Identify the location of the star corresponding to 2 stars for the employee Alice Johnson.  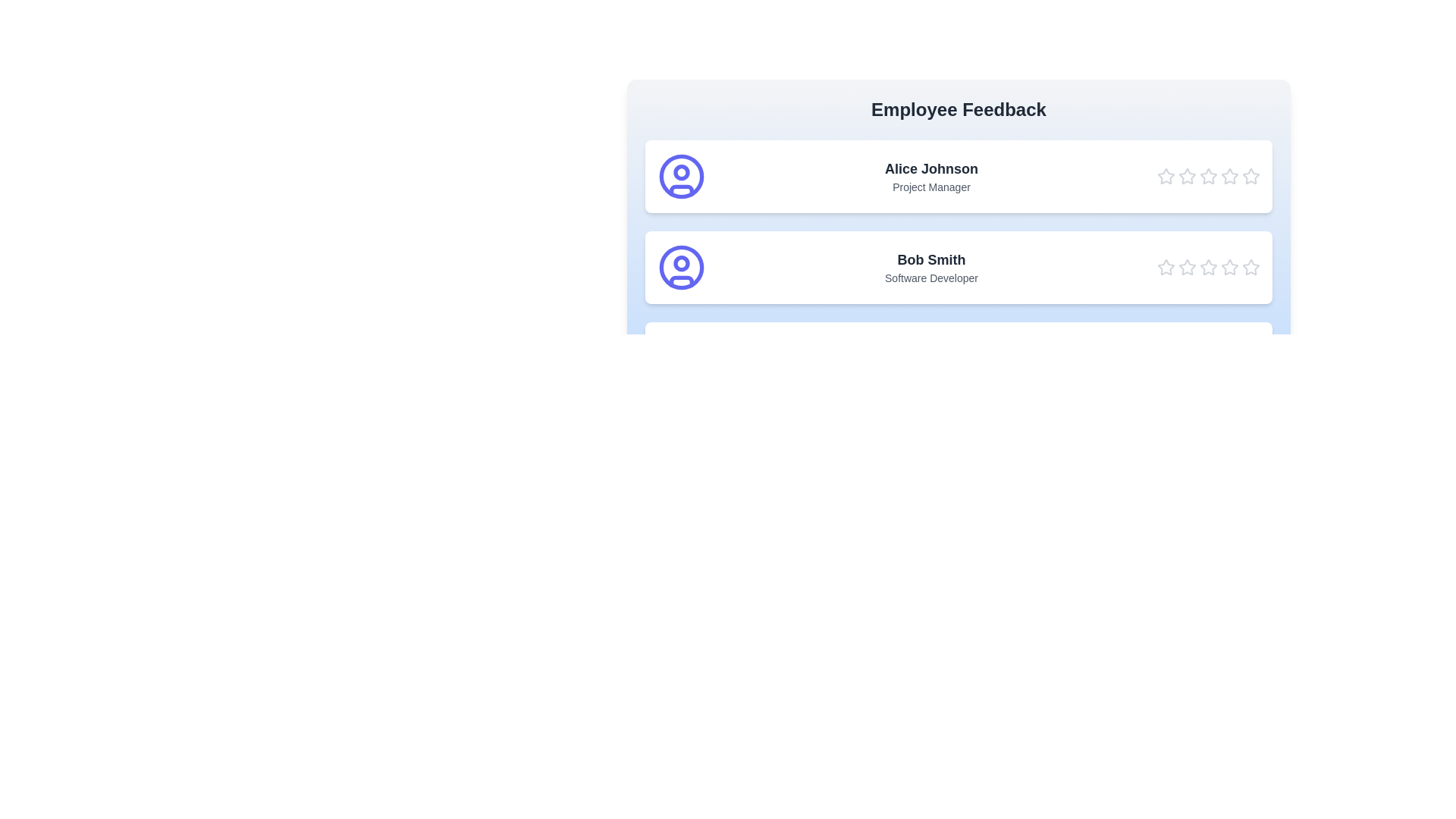
(1186, 175).